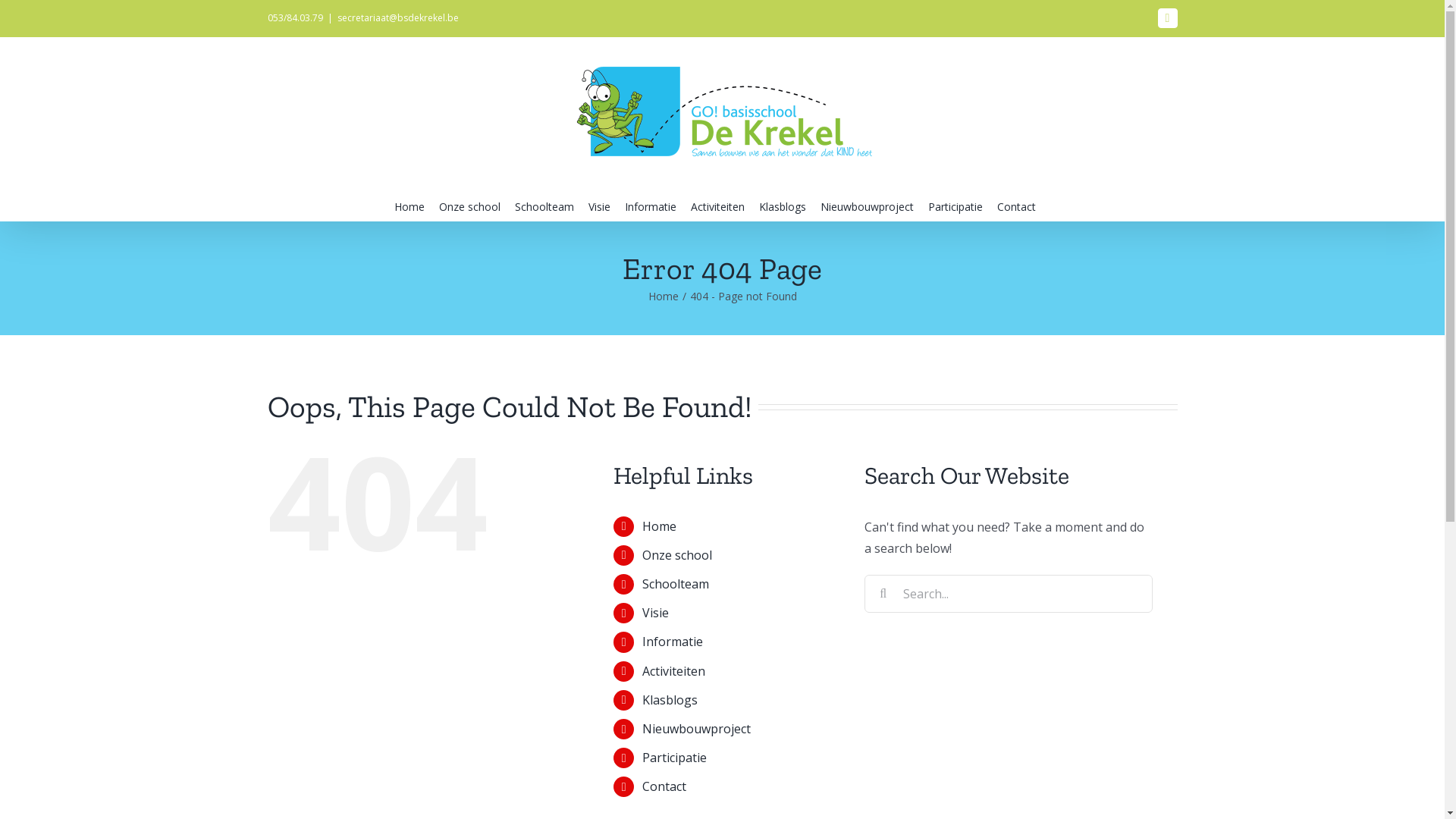 The width and height of the screenshot is (1456, 819). What do you see at coordinates (1156, 17) in the screenshot?
I see `'Facebook'` at bounding box center [1156, 17].